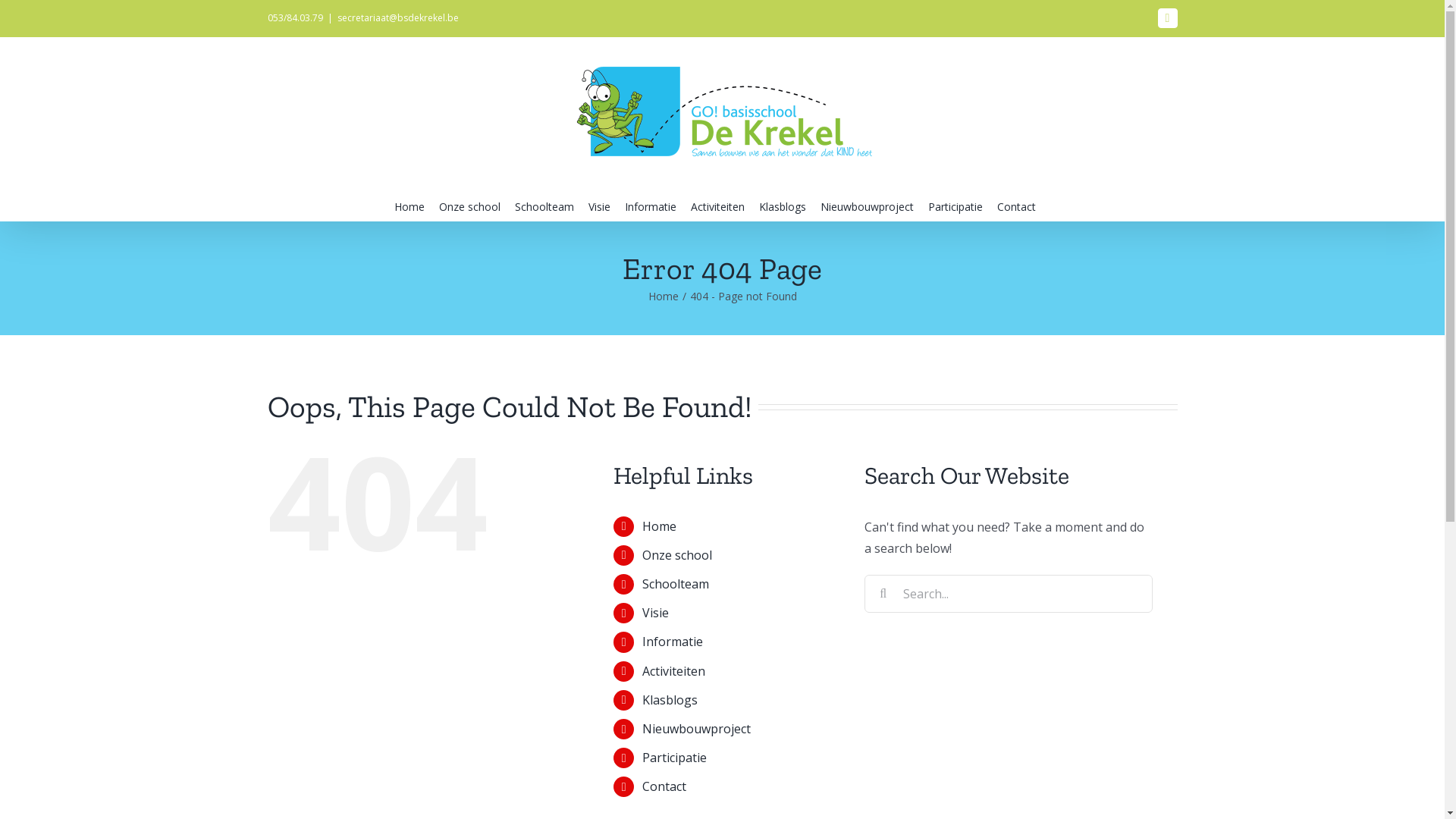 The width and height of the screenshot is (1456, 819). What do you see at coordinates (1156, 17) in the screenshot?
I see `'Facebook'` at bounding box center [1156, 17].